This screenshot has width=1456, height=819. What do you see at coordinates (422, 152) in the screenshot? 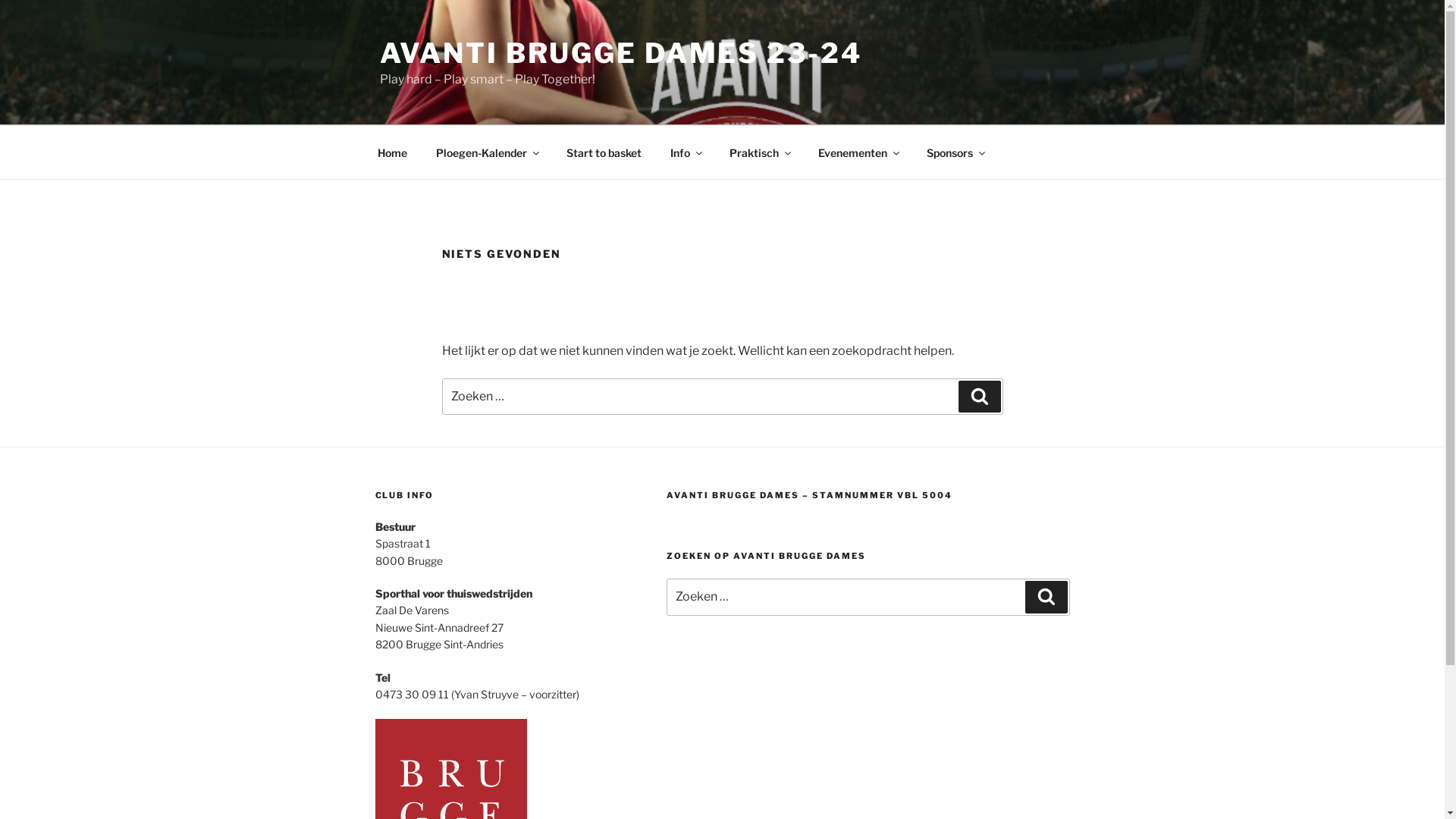
I see `'Ploegen-Kalender'` at bounding box center [422, 152].